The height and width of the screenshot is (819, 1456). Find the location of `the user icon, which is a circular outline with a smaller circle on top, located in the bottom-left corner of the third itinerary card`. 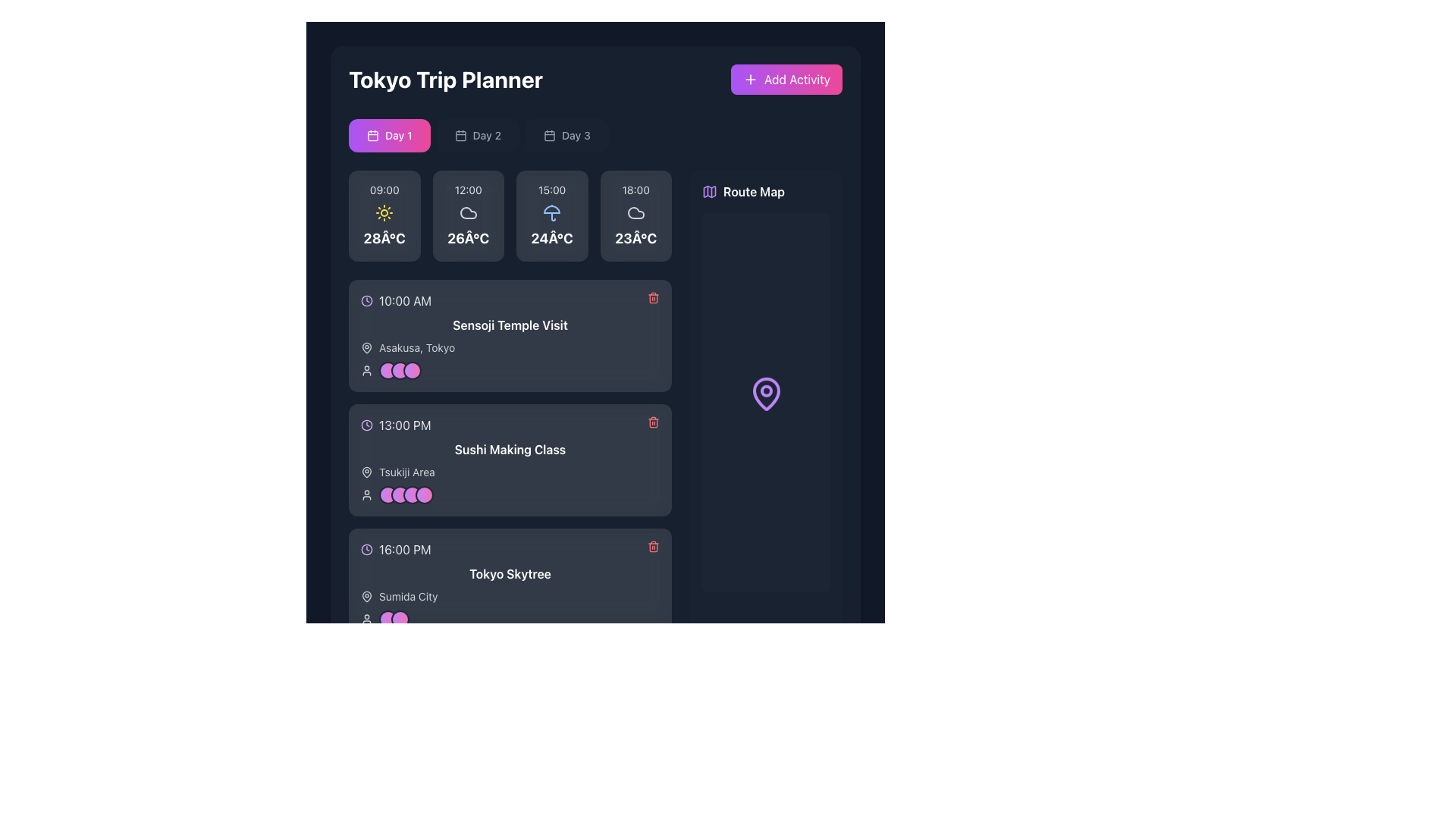

the user icon, which is a circular outline with a smaller circle on top, located in the bottom-left corner of the third itinerary card is located at coordinates (367, 620).